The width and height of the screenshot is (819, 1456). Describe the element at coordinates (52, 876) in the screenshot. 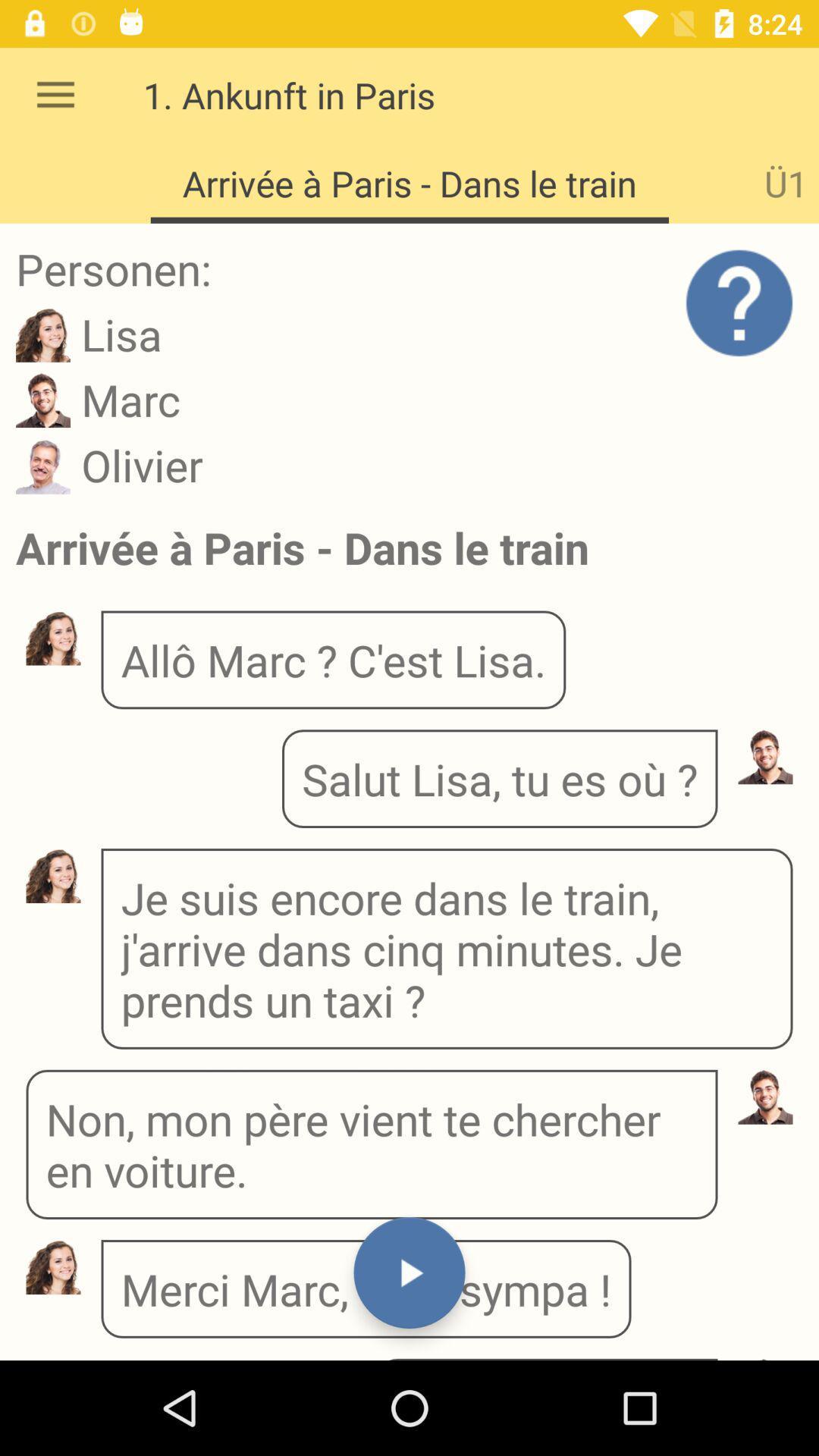

I see `the avatar icon` at that location.